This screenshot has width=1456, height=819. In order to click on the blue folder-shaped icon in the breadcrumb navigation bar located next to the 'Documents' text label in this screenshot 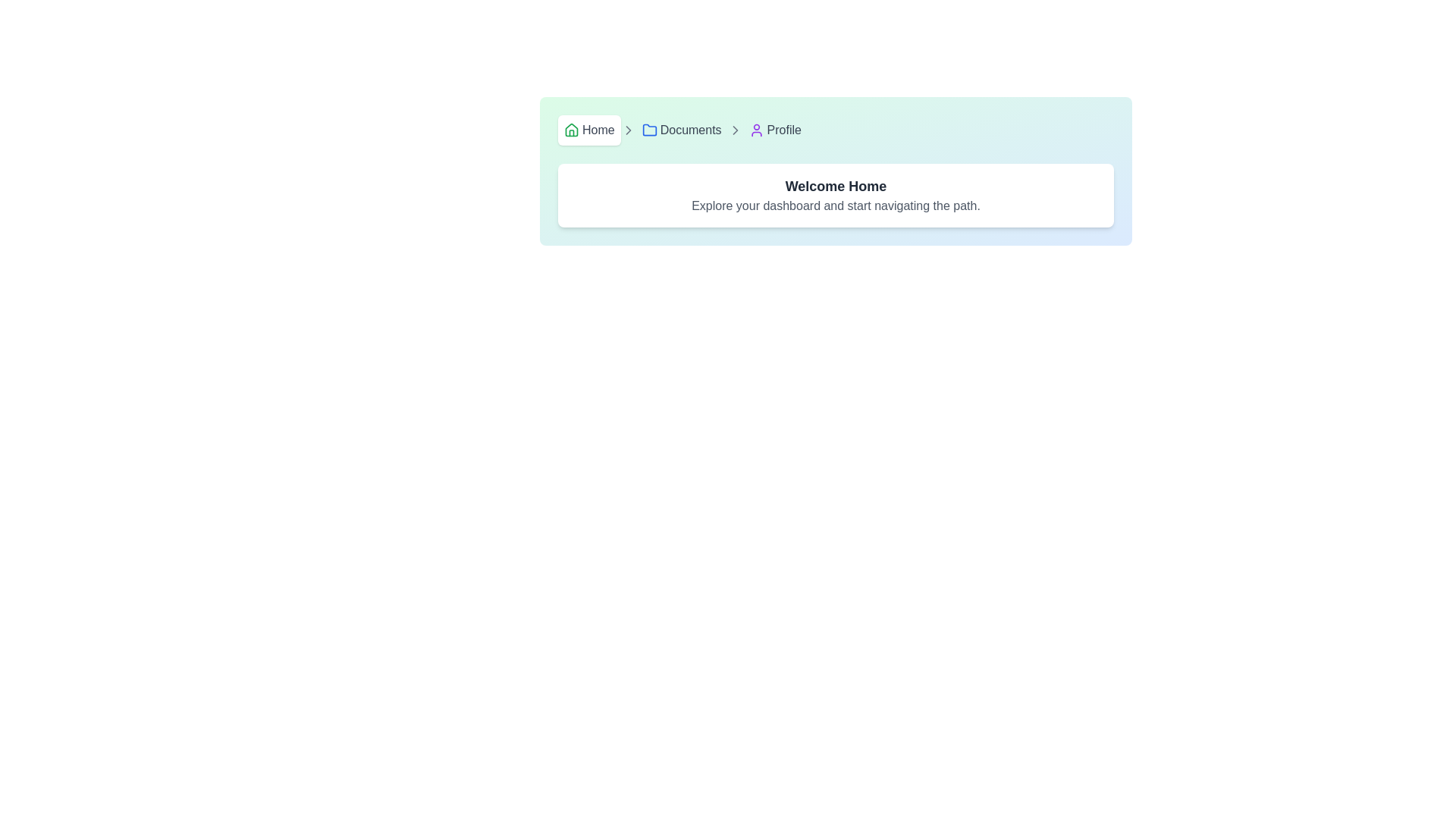, I will do `click(649, 130)`.